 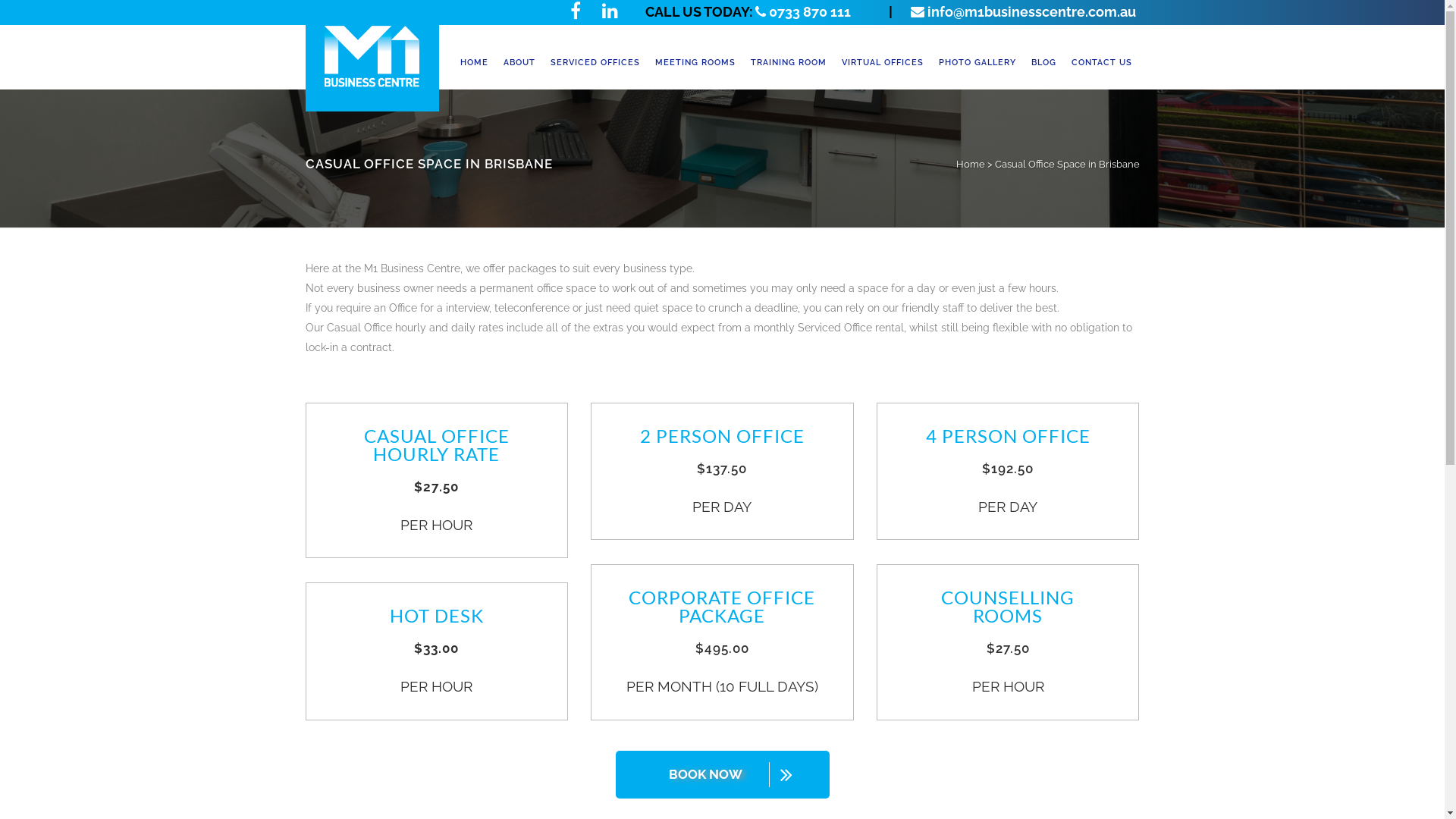 What do you see at coordinates (742, 62) in the screenshot?
I see `'TRAINING ROOM'` at bounding box center [742, 62].